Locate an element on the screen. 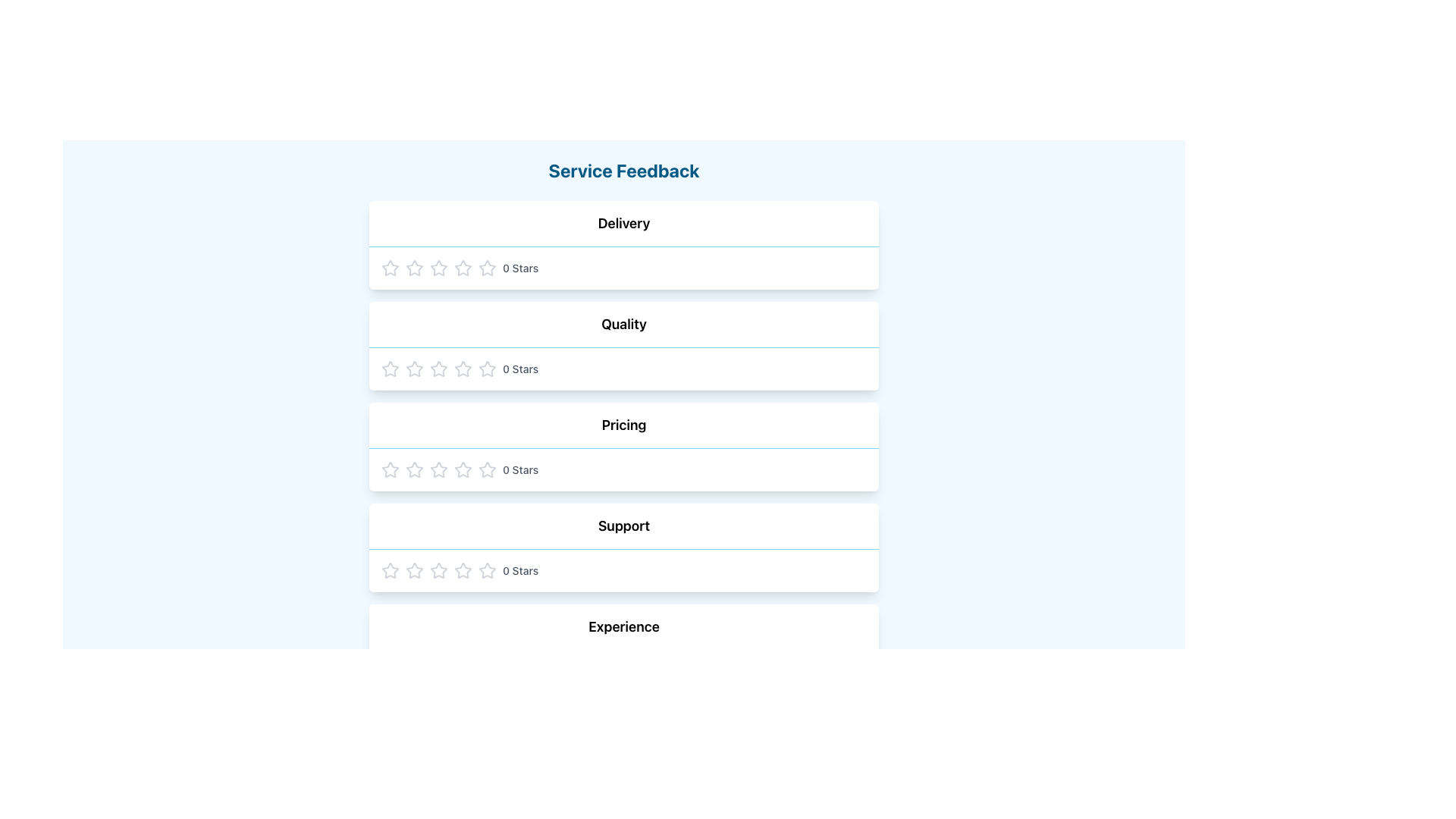 This screenshot has width=1456, height=819. the first star icon in the delivery rating system to assign a one star rating is located at coordinates (390, 268).